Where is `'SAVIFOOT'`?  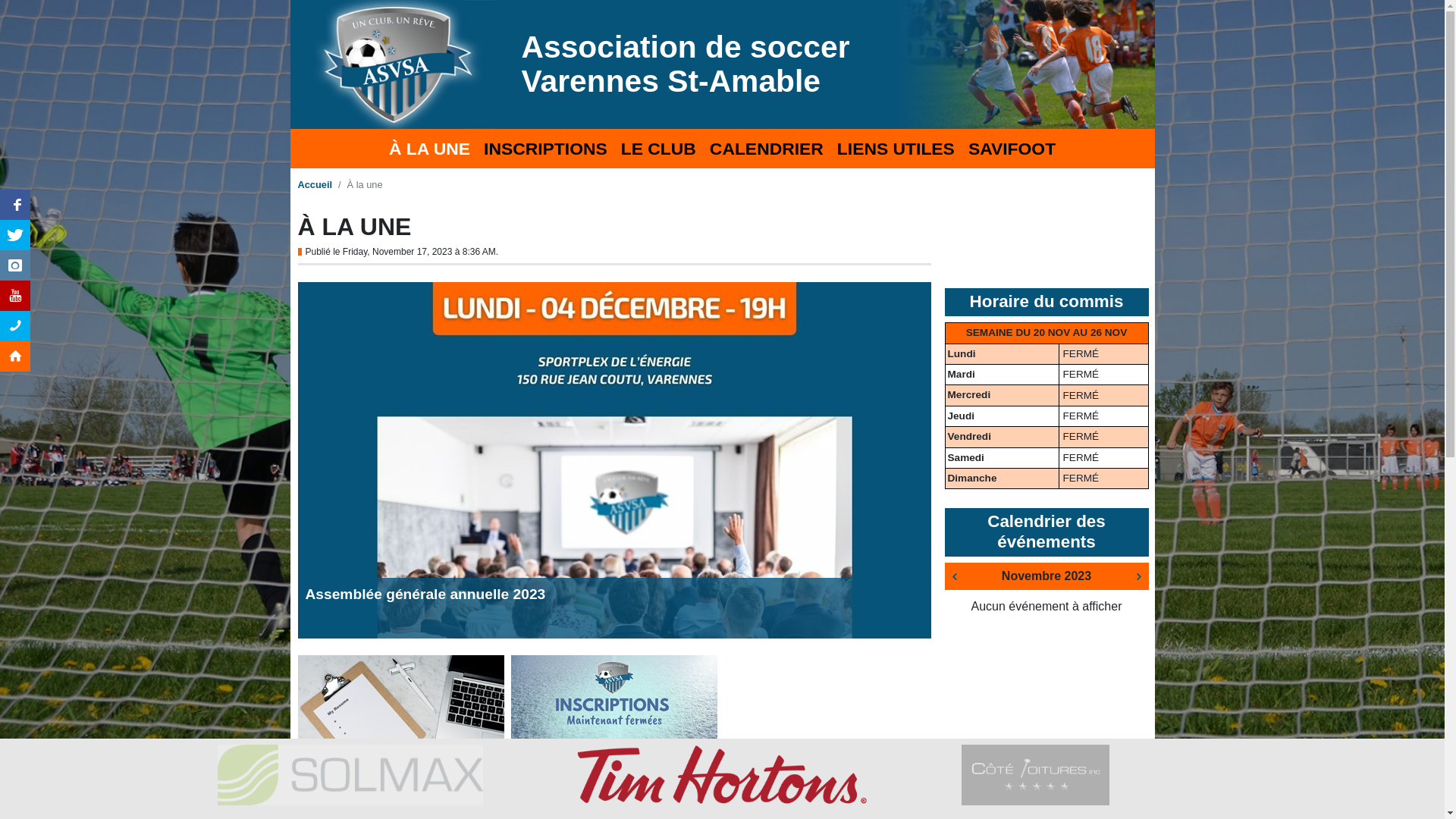
'SAVIFOOT' is located at coordinates (1012, 149).